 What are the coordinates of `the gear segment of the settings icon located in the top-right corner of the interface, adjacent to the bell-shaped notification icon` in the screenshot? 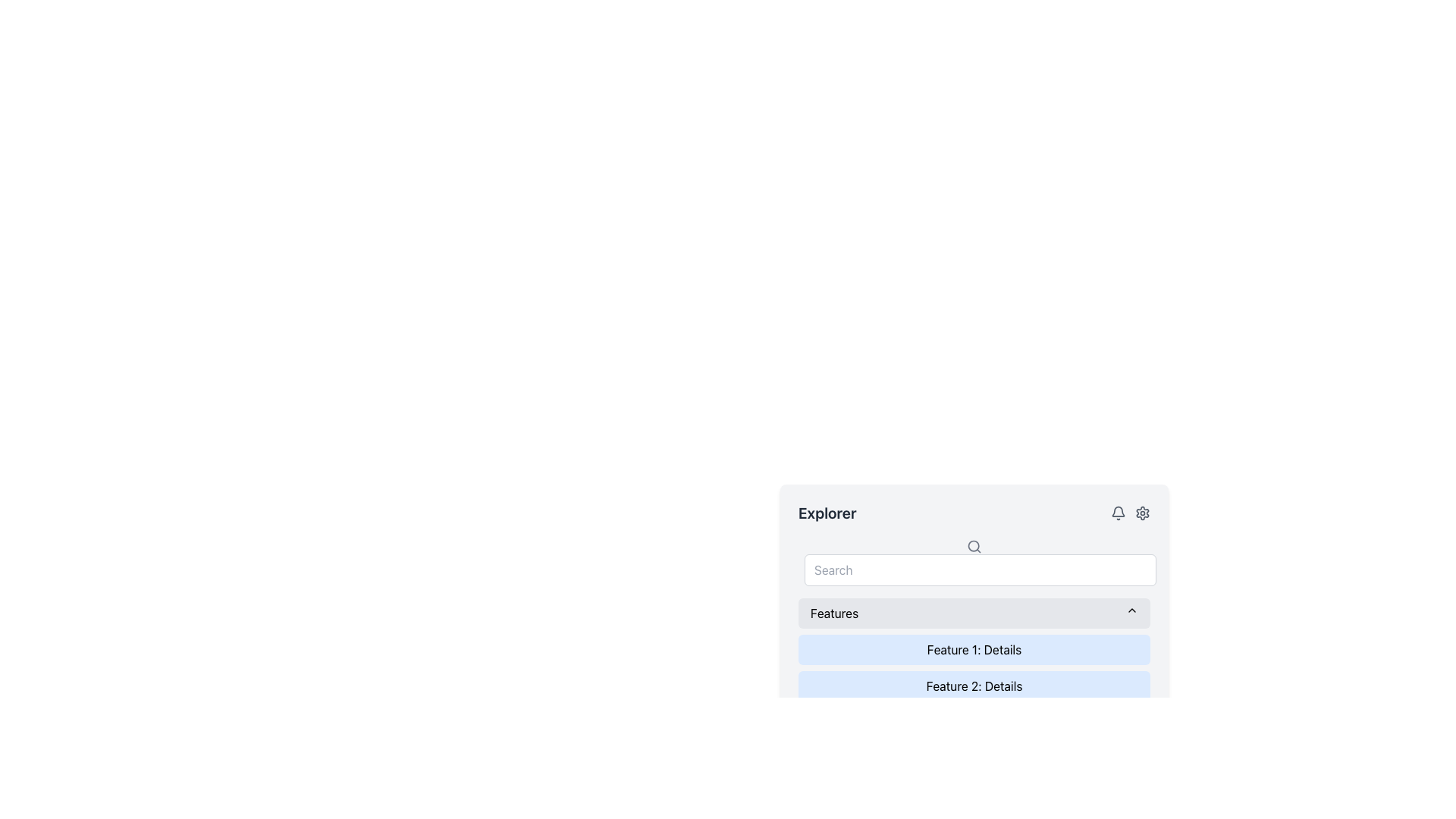 It's located at (1143, 513).